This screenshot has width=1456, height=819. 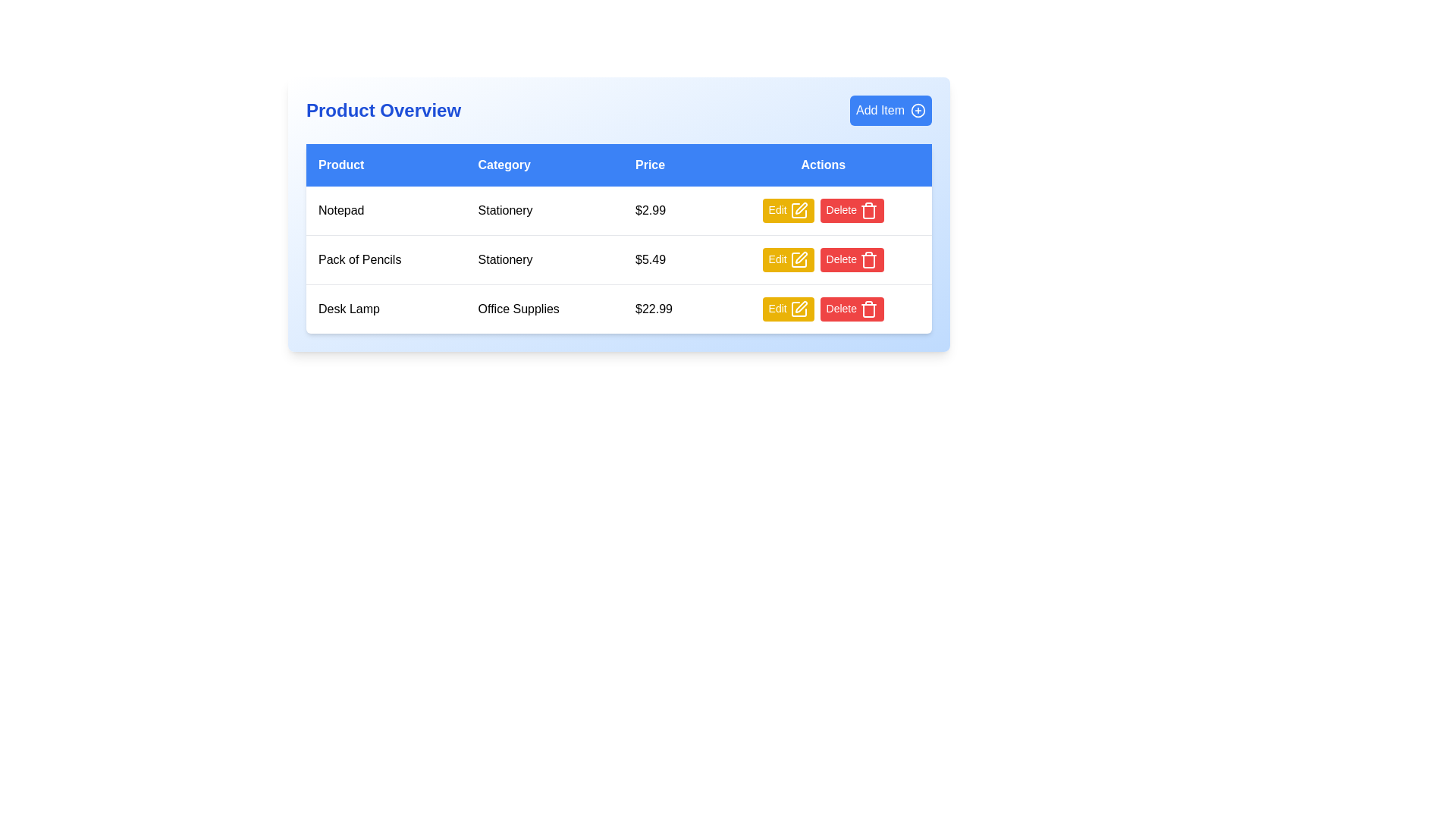 I want to click on the 'Office Supplies' text label in the 'Category' column of the product table, which is part of the third row for the 'Desk Lamp', so click(x=544, y=308).